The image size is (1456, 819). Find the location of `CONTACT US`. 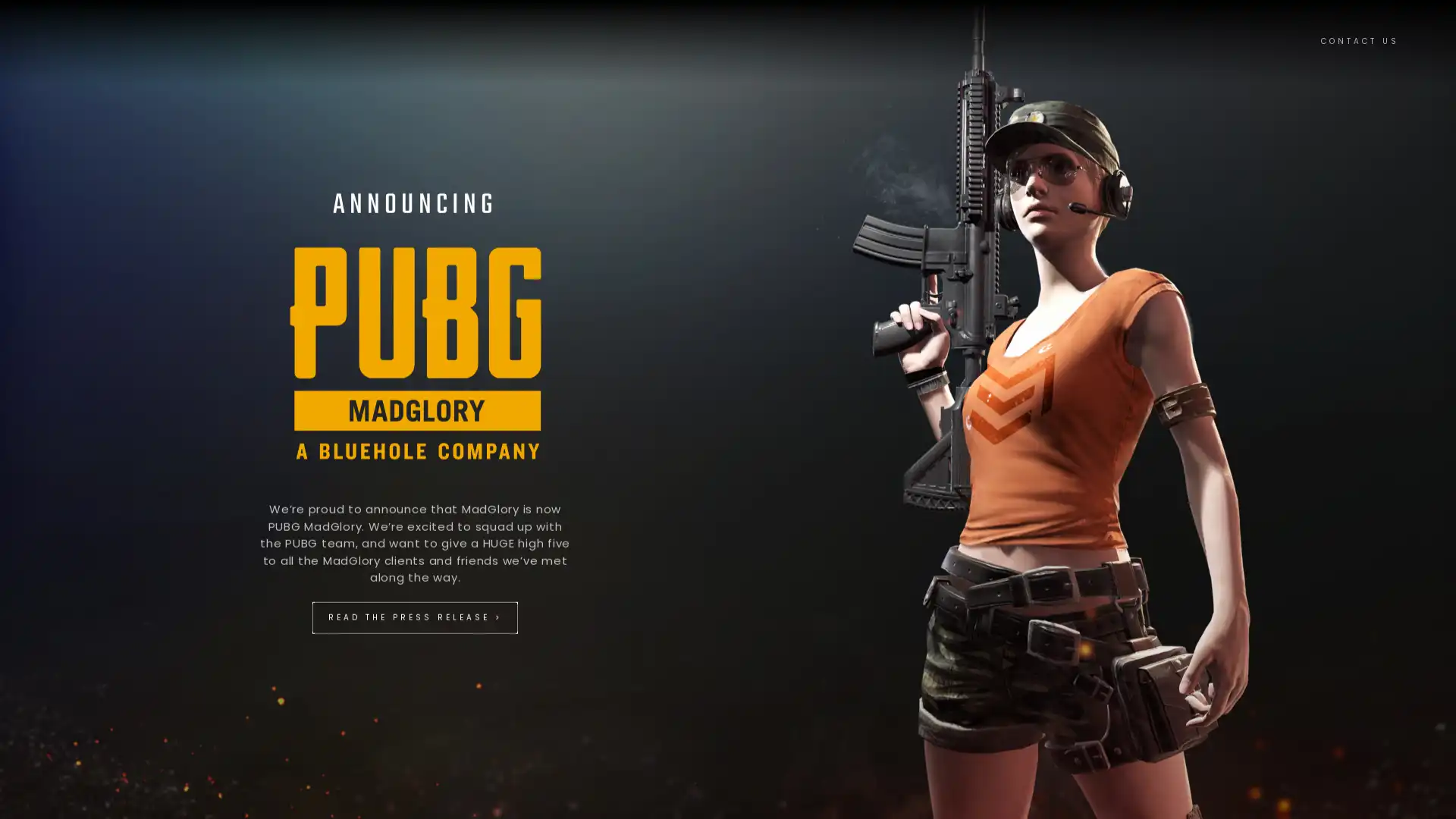

CONTACT US is located at coordinates (1369, 40).